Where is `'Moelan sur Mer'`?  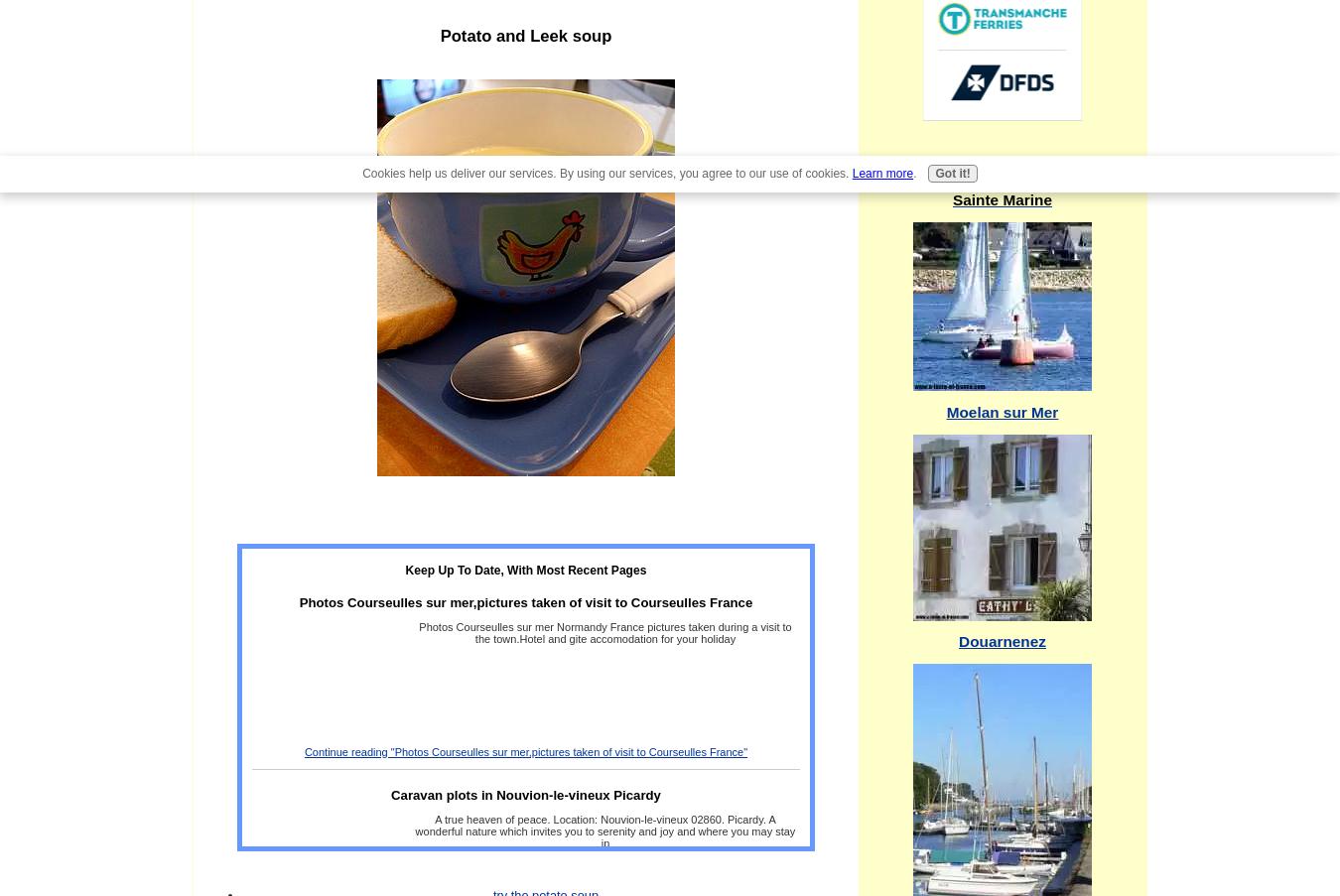 'Moelan sur Mer' is located at coordinates (1001, 410).